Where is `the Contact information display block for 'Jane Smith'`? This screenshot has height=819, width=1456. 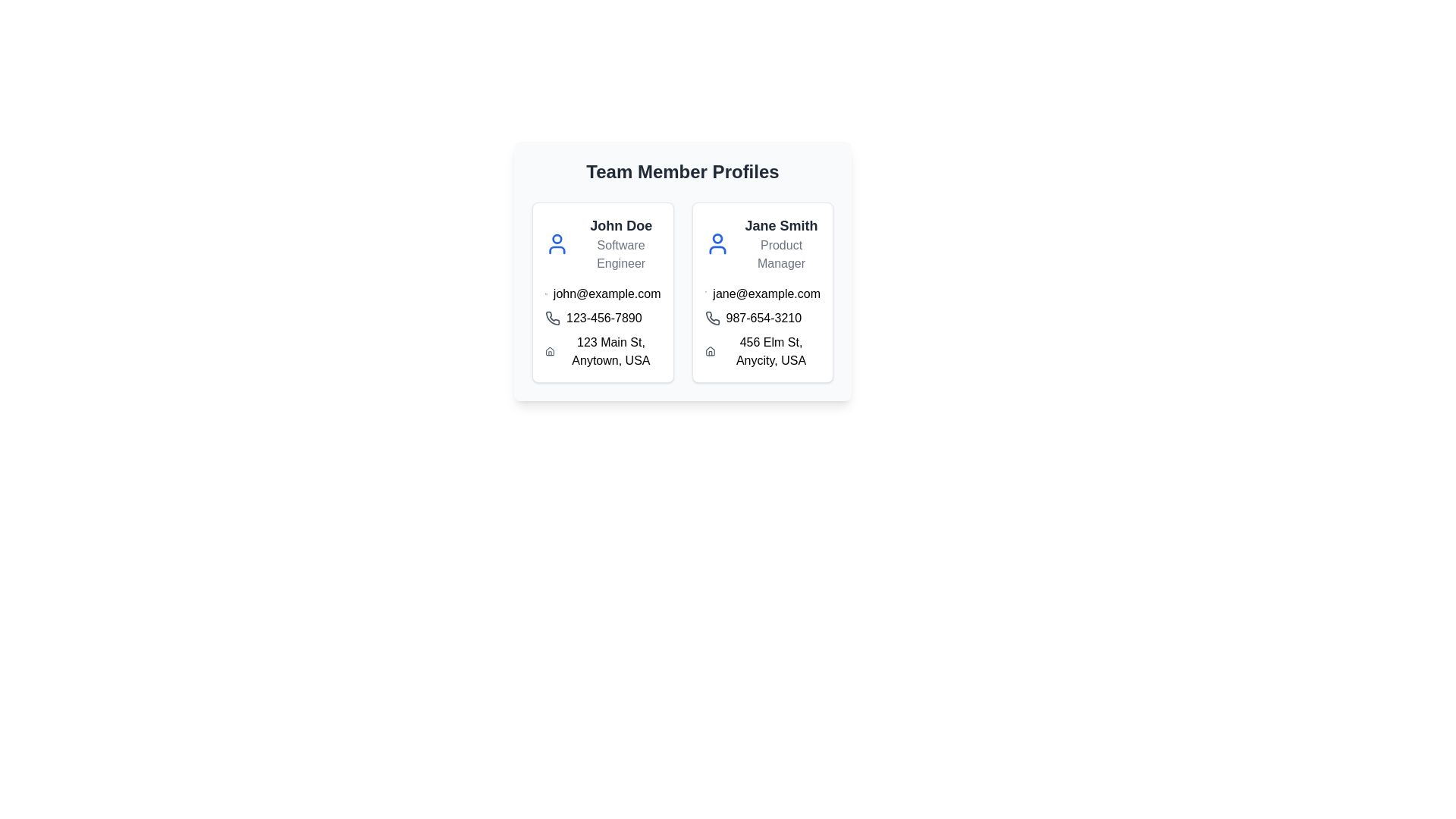 the Contact information display block for 'Jane Smith' is located at coordinates (762, 327).